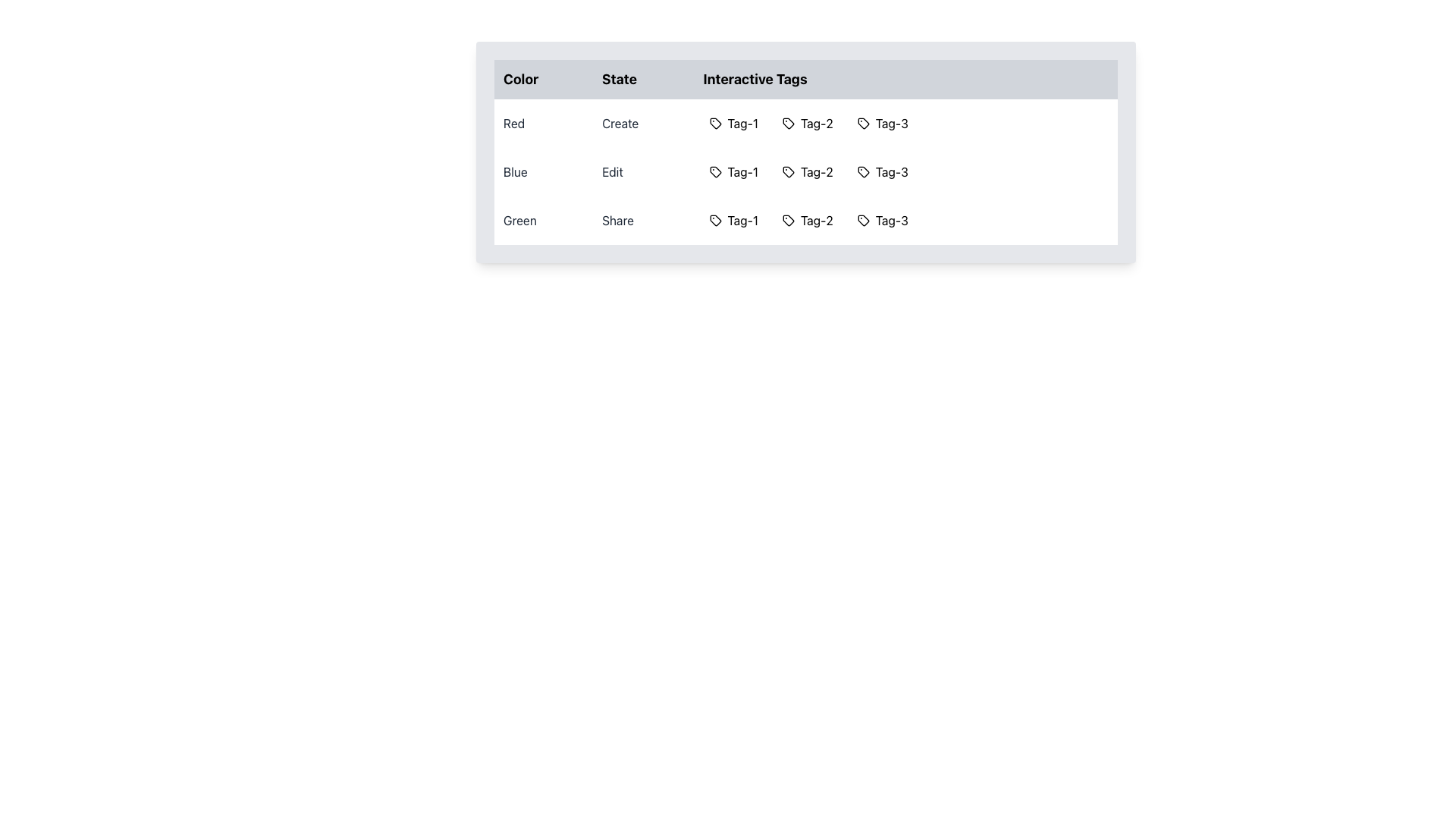 This screenshot has height=819, width=1456. Describe the element at coordinates (733, 122) in the screenshot. I see `the first interactive tag button in the 'Red' row under the 'Color' column` at that location.